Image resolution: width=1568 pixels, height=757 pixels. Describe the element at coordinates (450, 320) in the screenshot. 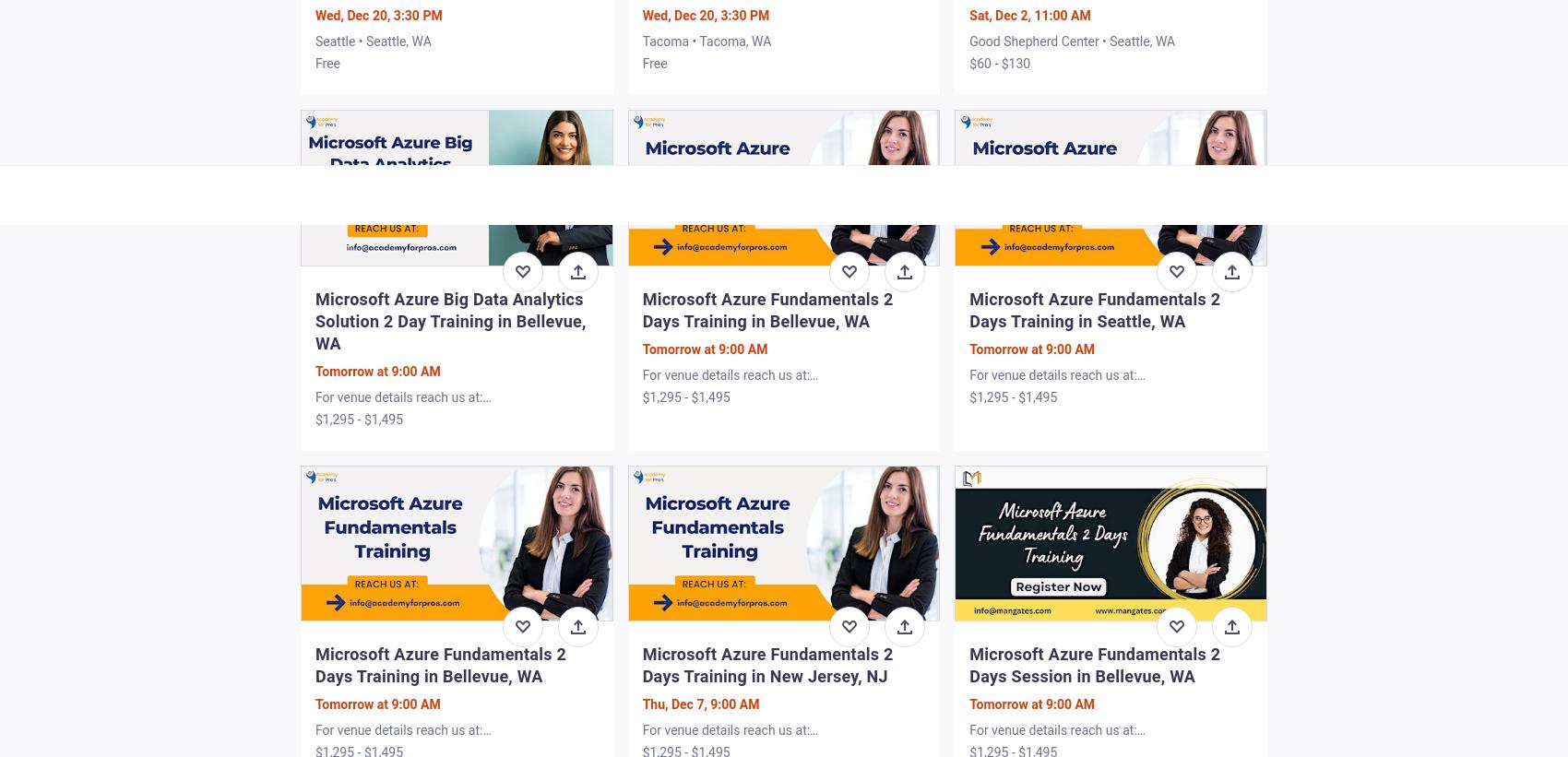

I see `'Microsoft Azure Big Data Analytics Solution  2 Day Training in Bellevue, WA'` at that location.